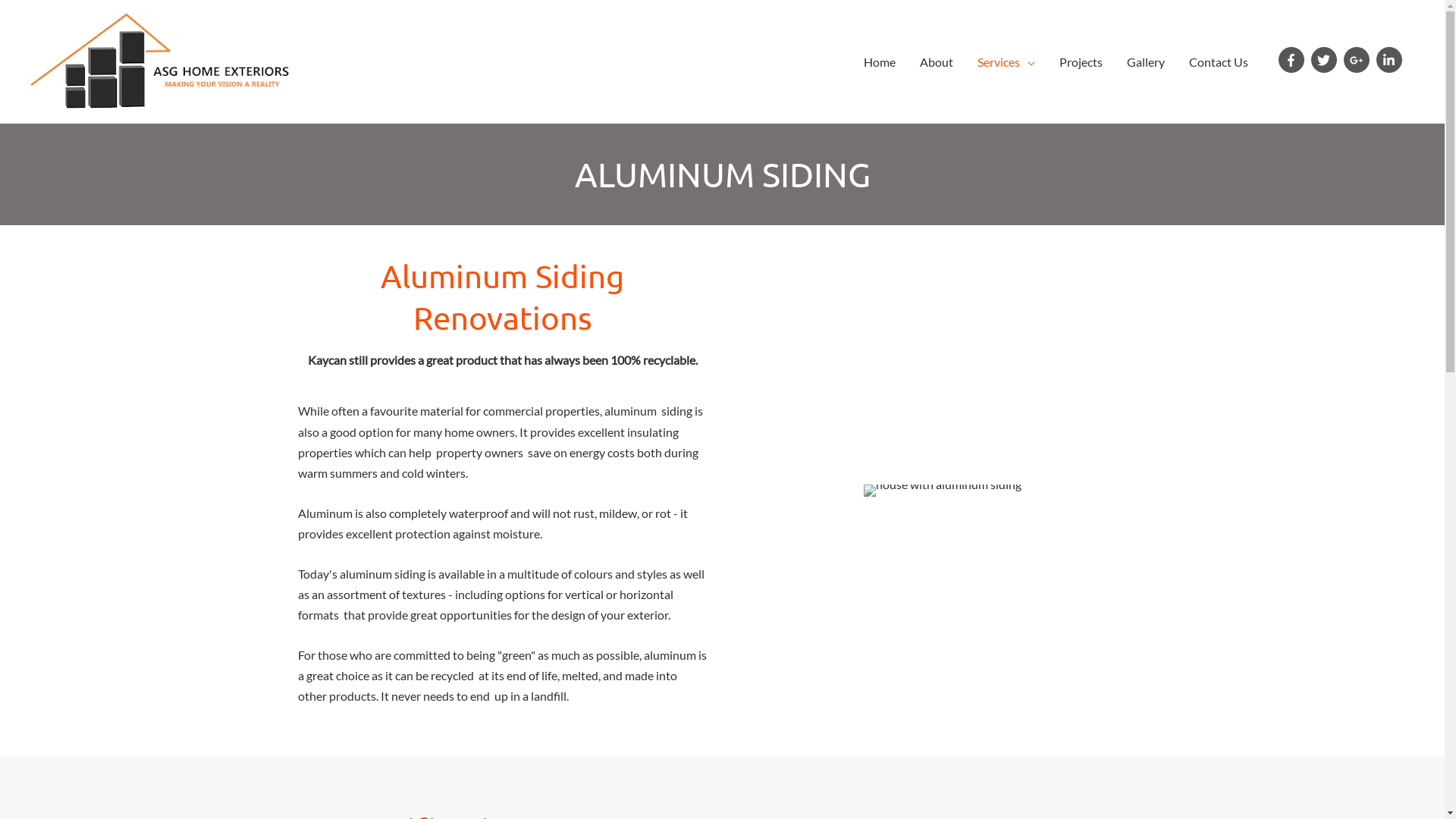  I want to click on 'Home', so click(880, 61).